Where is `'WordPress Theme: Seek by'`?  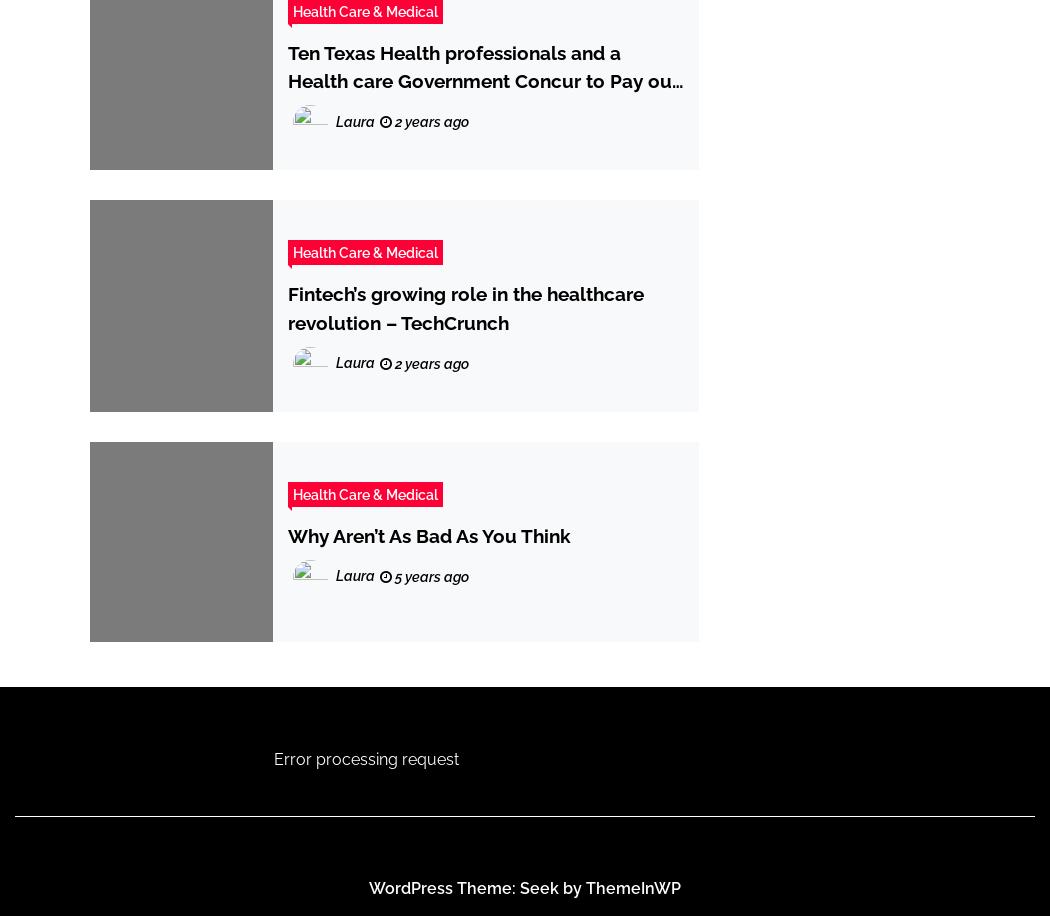 'WordPress Theme: Seek by' is located at coordinates (477, 886).